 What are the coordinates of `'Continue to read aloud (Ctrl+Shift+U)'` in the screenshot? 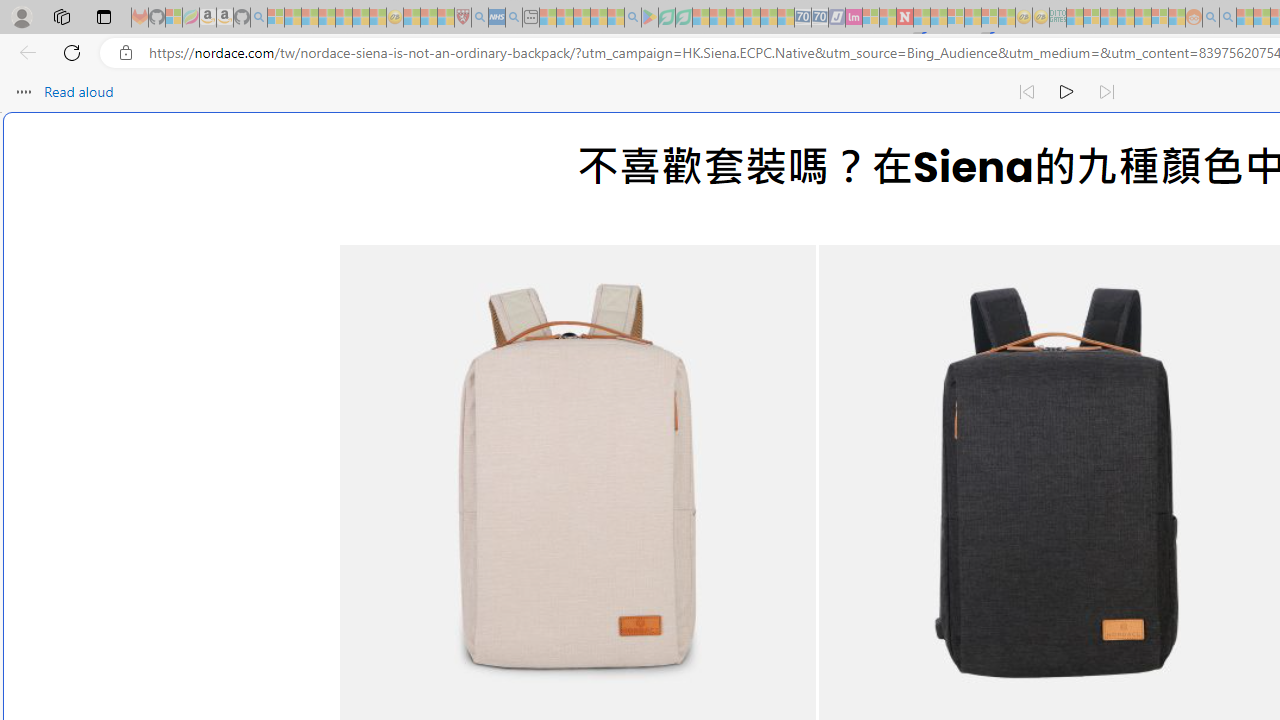 It's located at (1065, 92).